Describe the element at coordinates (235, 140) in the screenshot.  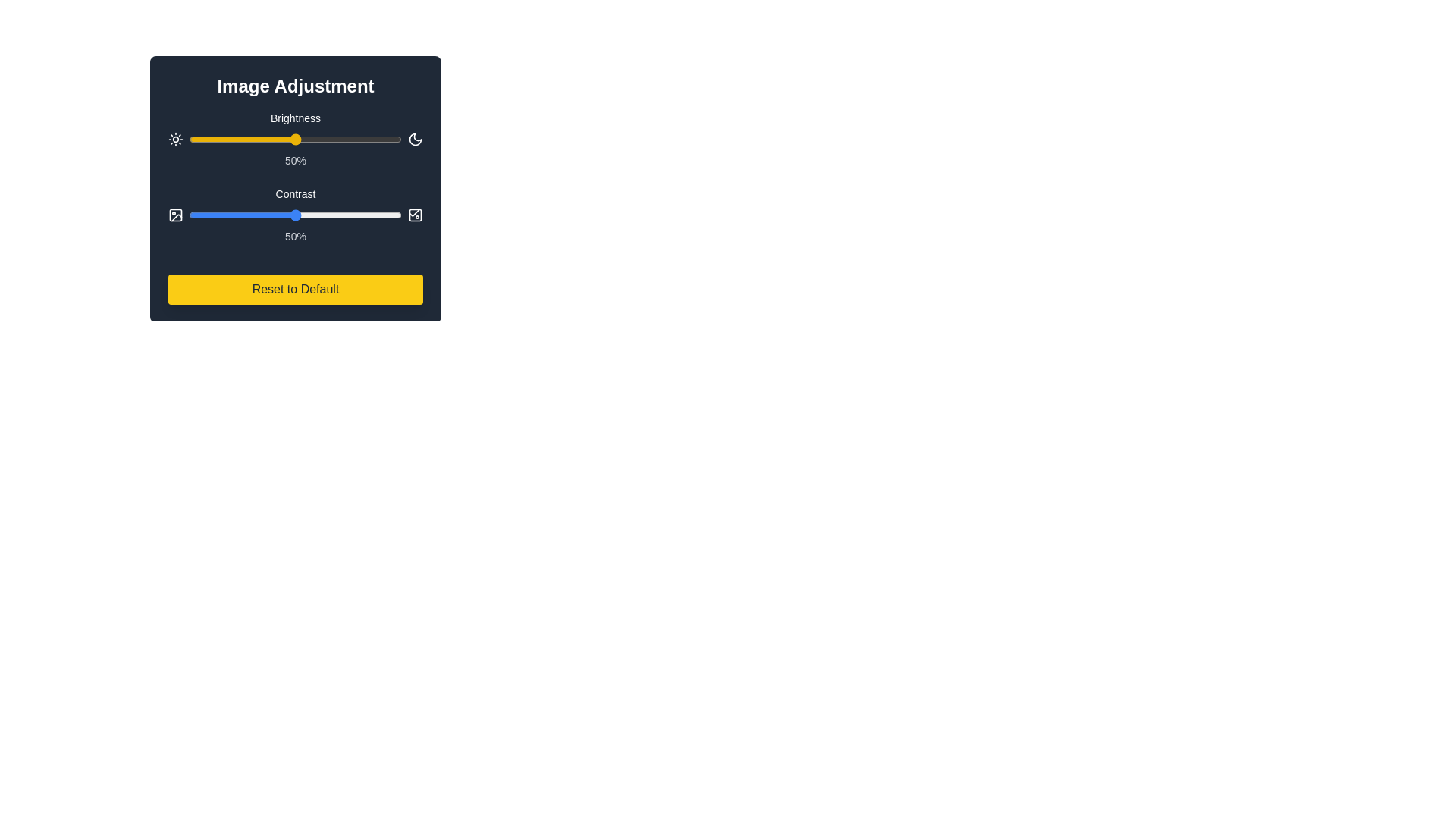
I see `brightness` at that location.